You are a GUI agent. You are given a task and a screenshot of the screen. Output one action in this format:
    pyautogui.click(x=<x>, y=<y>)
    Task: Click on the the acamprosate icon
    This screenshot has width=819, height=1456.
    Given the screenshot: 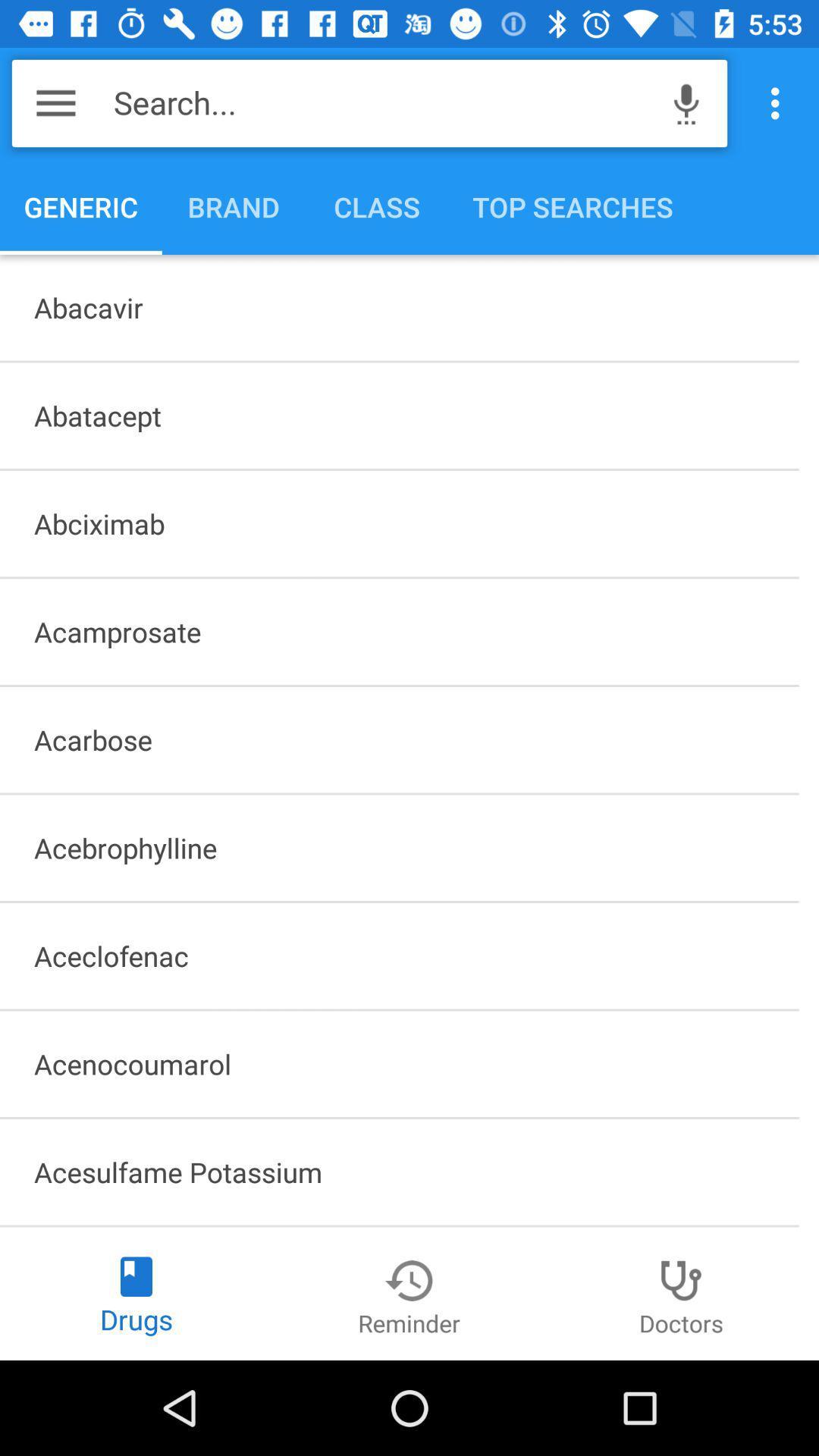 What is the action you would take?
    pyautogui.click(x=398, y=632)
    